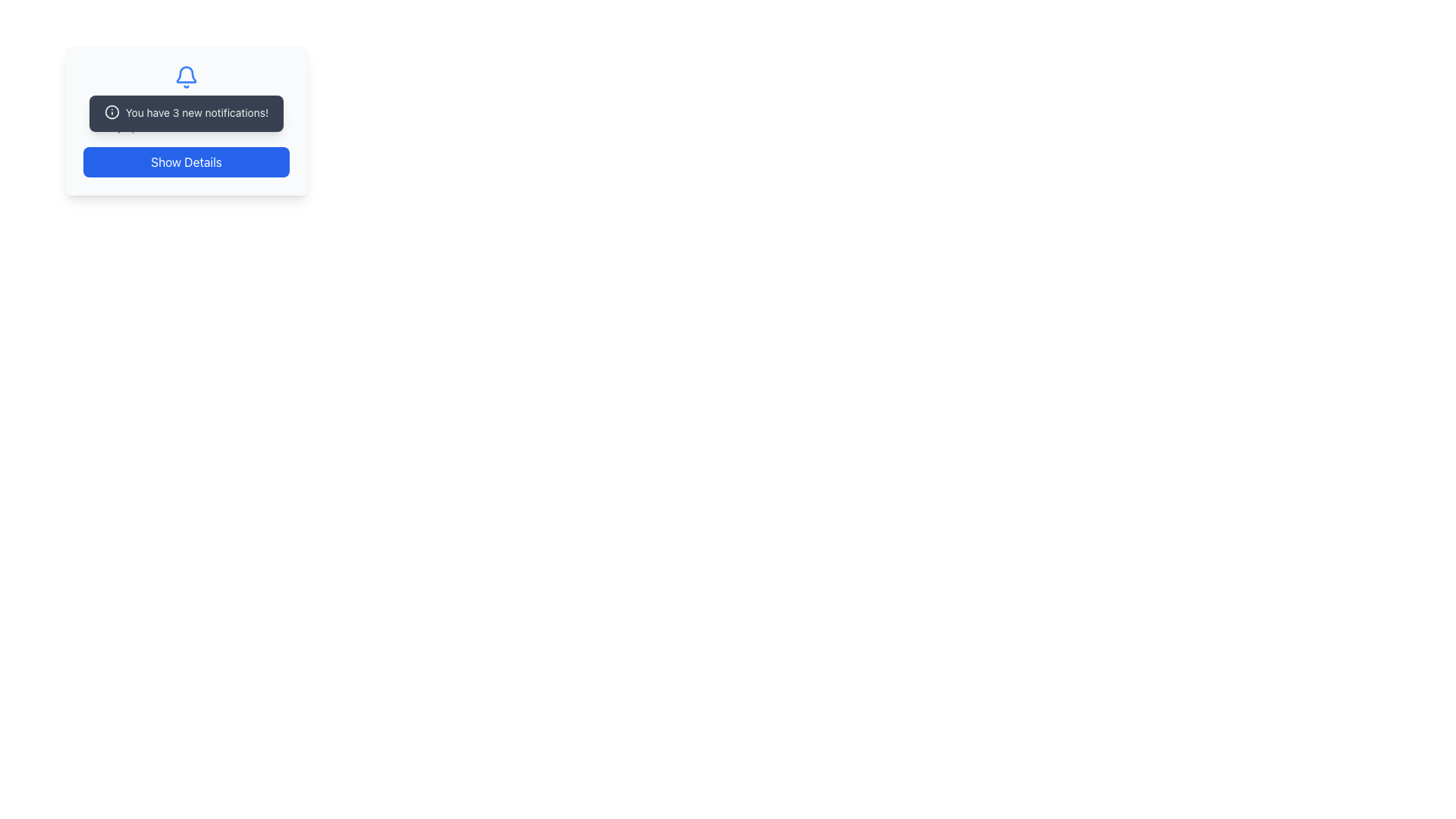 This screenshot has width=1456, height=819. I want to click on the 'Show Details' button, which is a rectangular button with rounded corners, blue background, and white centered text, so click(185, 162).